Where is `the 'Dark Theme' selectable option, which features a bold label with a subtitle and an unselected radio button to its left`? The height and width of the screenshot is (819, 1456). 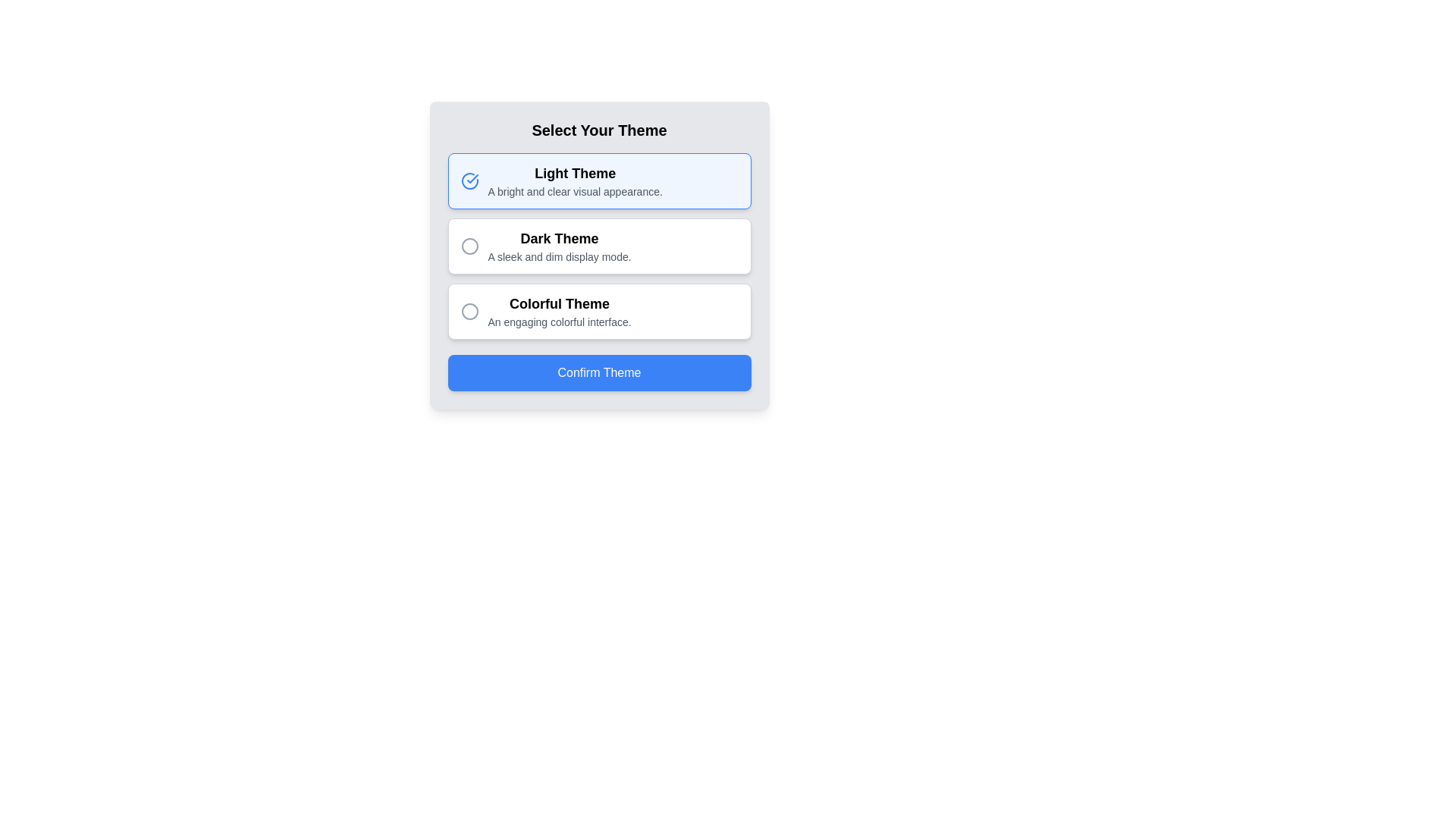 the 'Dark Theme' selectable option, which features a bold label with a subtitle and an unselected radio button to its left is located at coordinates (546, 245).